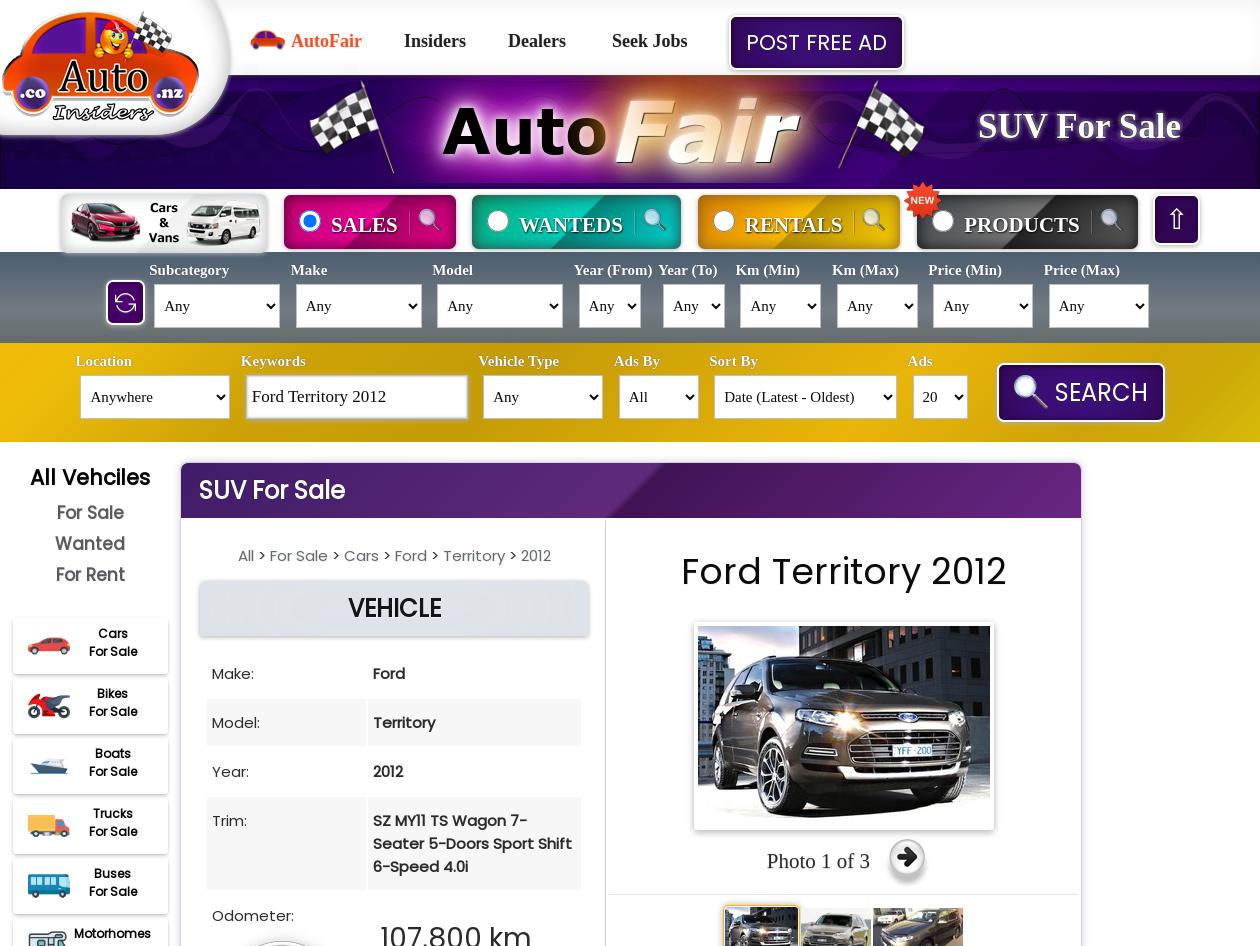 This screenshot has height=946, width=1260. I want to click on 'Ads By', so click(636, 360).